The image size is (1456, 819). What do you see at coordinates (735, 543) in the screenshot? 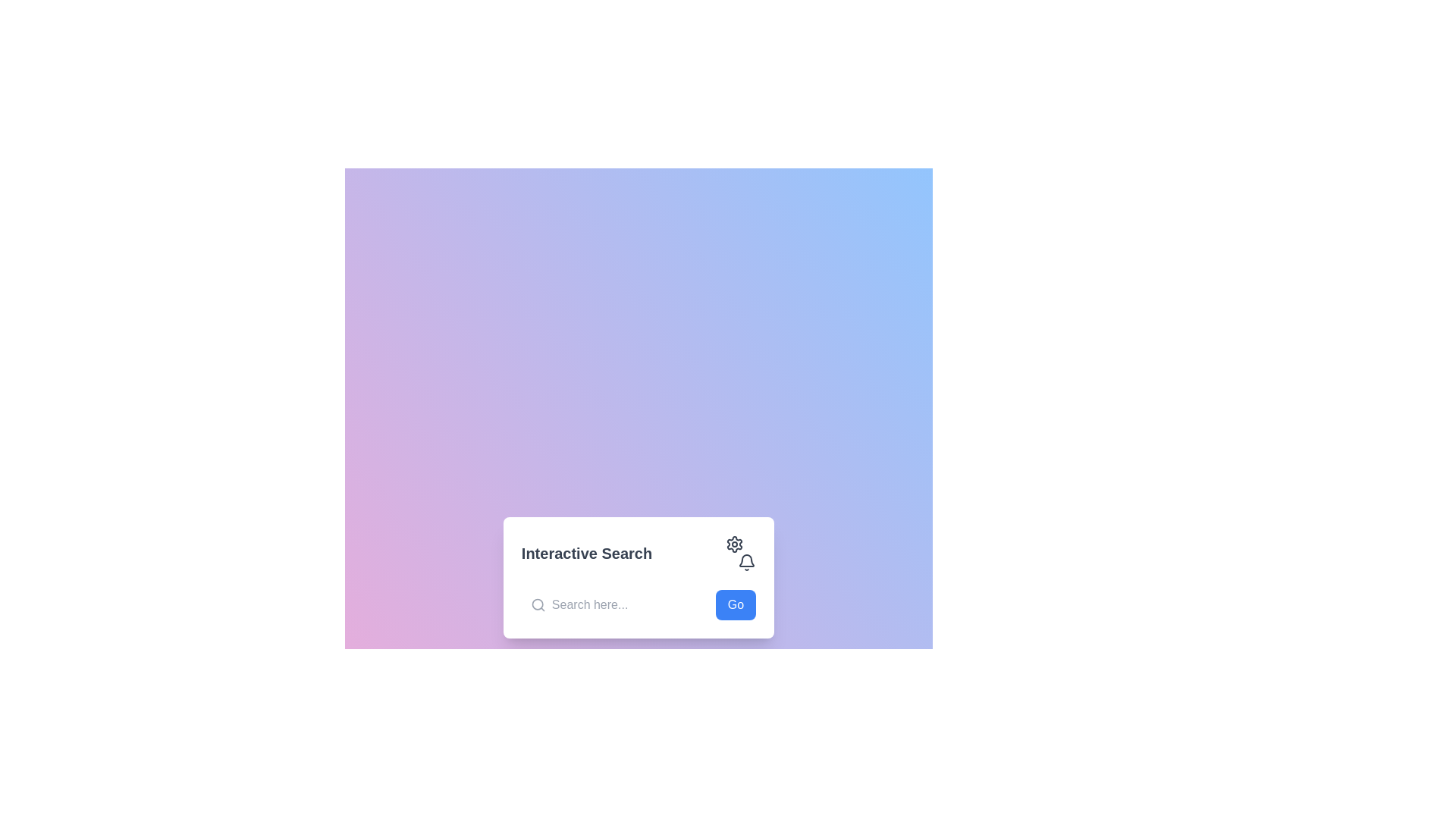
I see `the settings icon located in the top-right corner of the dialog box, adjacent to the bell icon` at bounding box center [735, 543].